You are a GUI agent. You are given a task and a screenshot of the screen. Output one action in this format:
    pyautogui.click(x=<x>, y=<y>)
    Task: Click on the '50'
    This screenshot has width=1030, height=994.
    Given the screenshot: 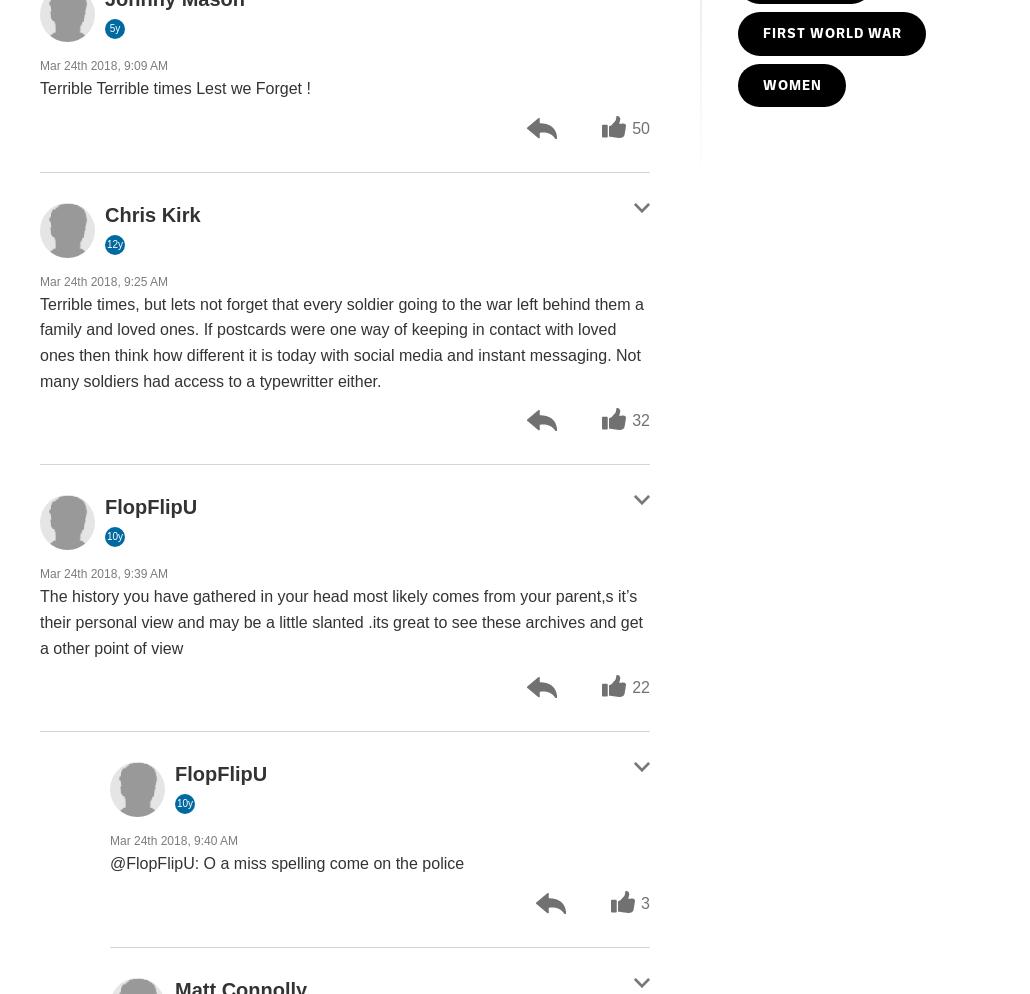 What is the action you would take?
    pyautogui.click(x=631, y=126)
    